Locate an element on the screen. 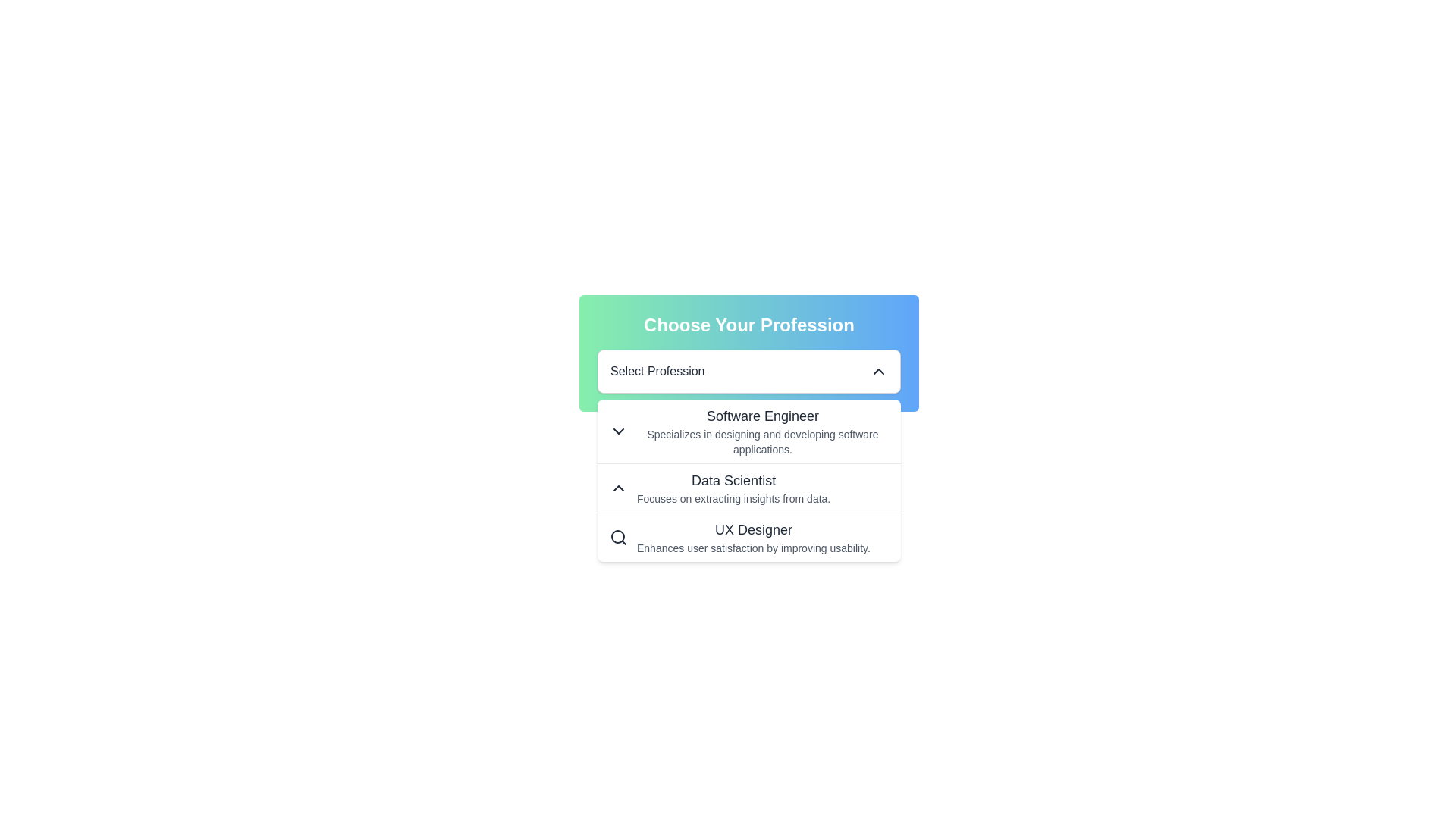 This screenshot has height=819, width=1456. the placeholder text label in the dropdown menu is located at coordinates (657, 371).